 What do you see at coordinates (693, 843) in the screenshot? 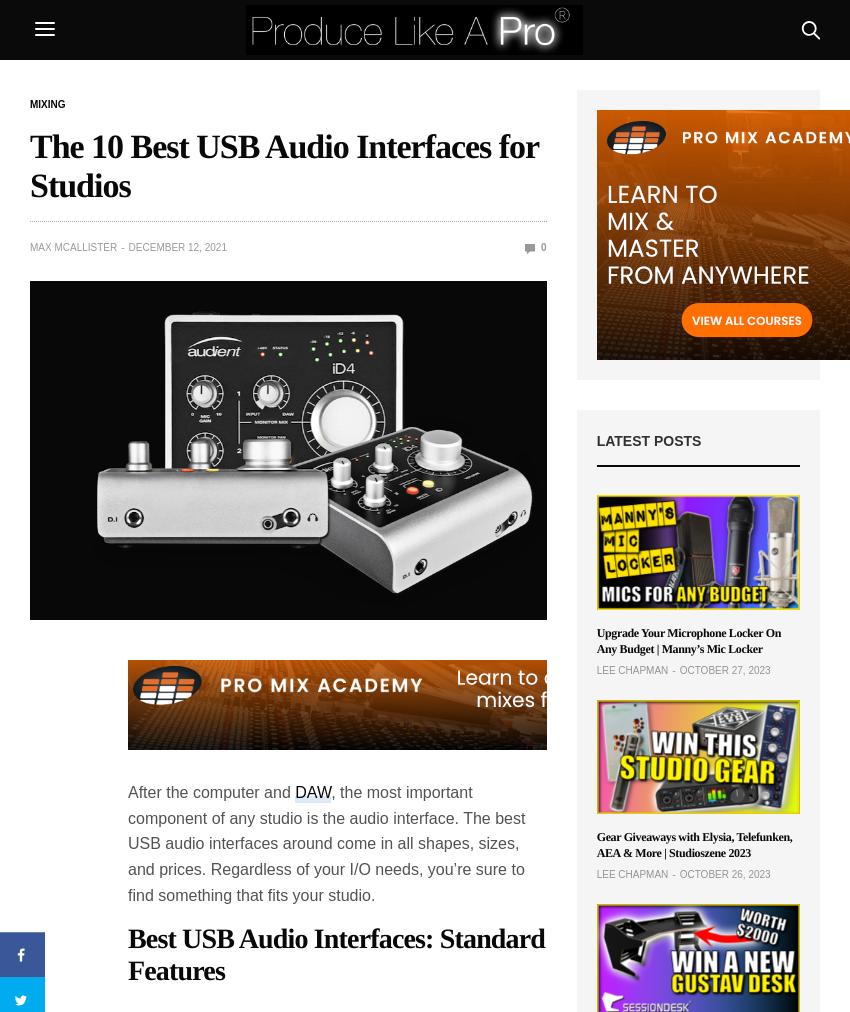
I see `'Gear Giveaways with Elysia, Telefunken, AEA & More | Studioszene 2023'` at bounding box center [693, 843].